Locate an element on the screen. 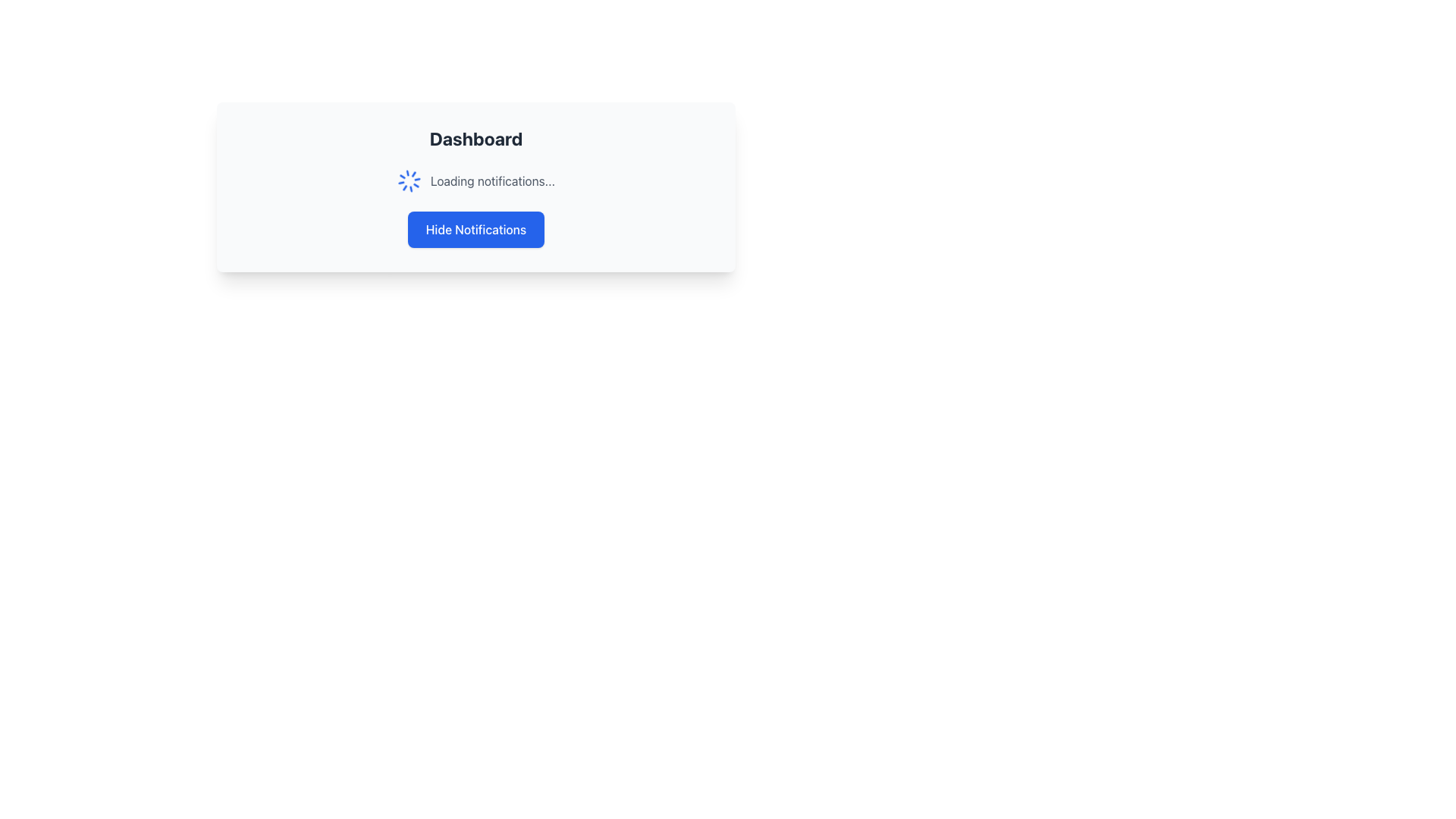 The image size is (1456, 819). the 'Loading notifications...' text with the animated blue loader icon, which is centrally positioned in the panel, indicating ongoing operations is located at coordinates (475, 180).